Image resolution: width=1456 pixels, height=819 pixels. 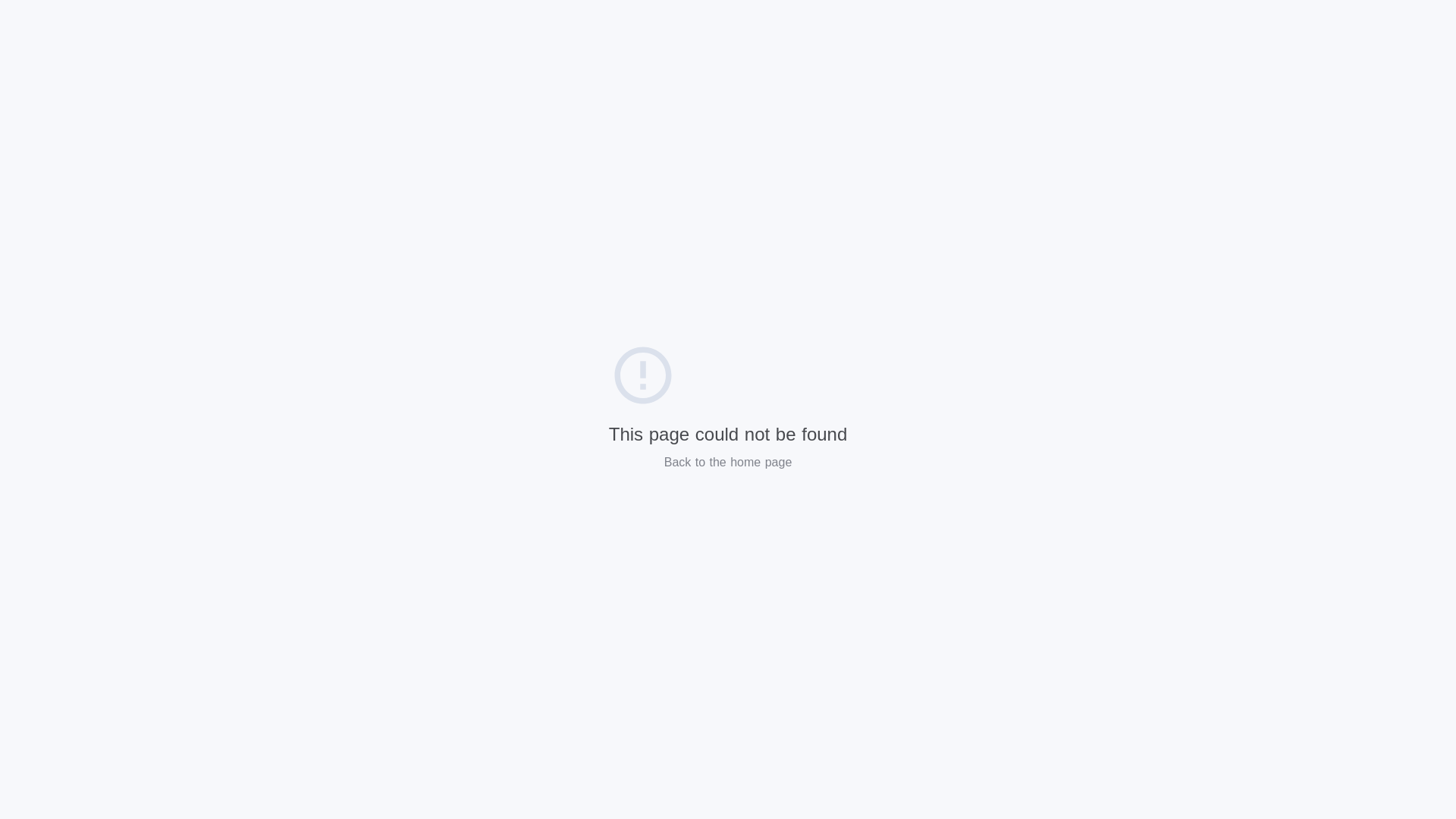 I want to click on 'Back to the home page', so click(x=728, y=461).